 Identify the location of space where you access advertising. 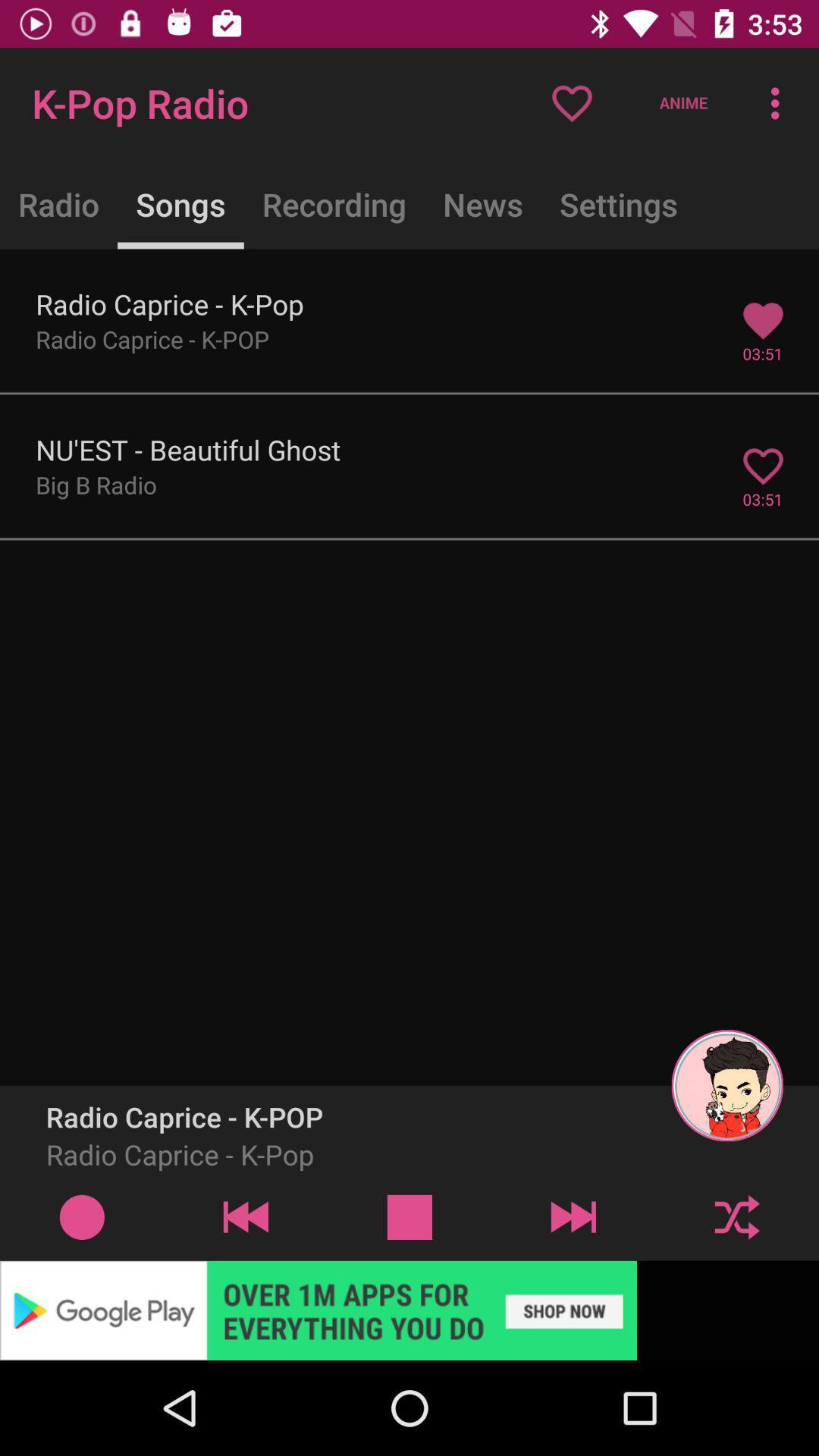
(409, 1310).